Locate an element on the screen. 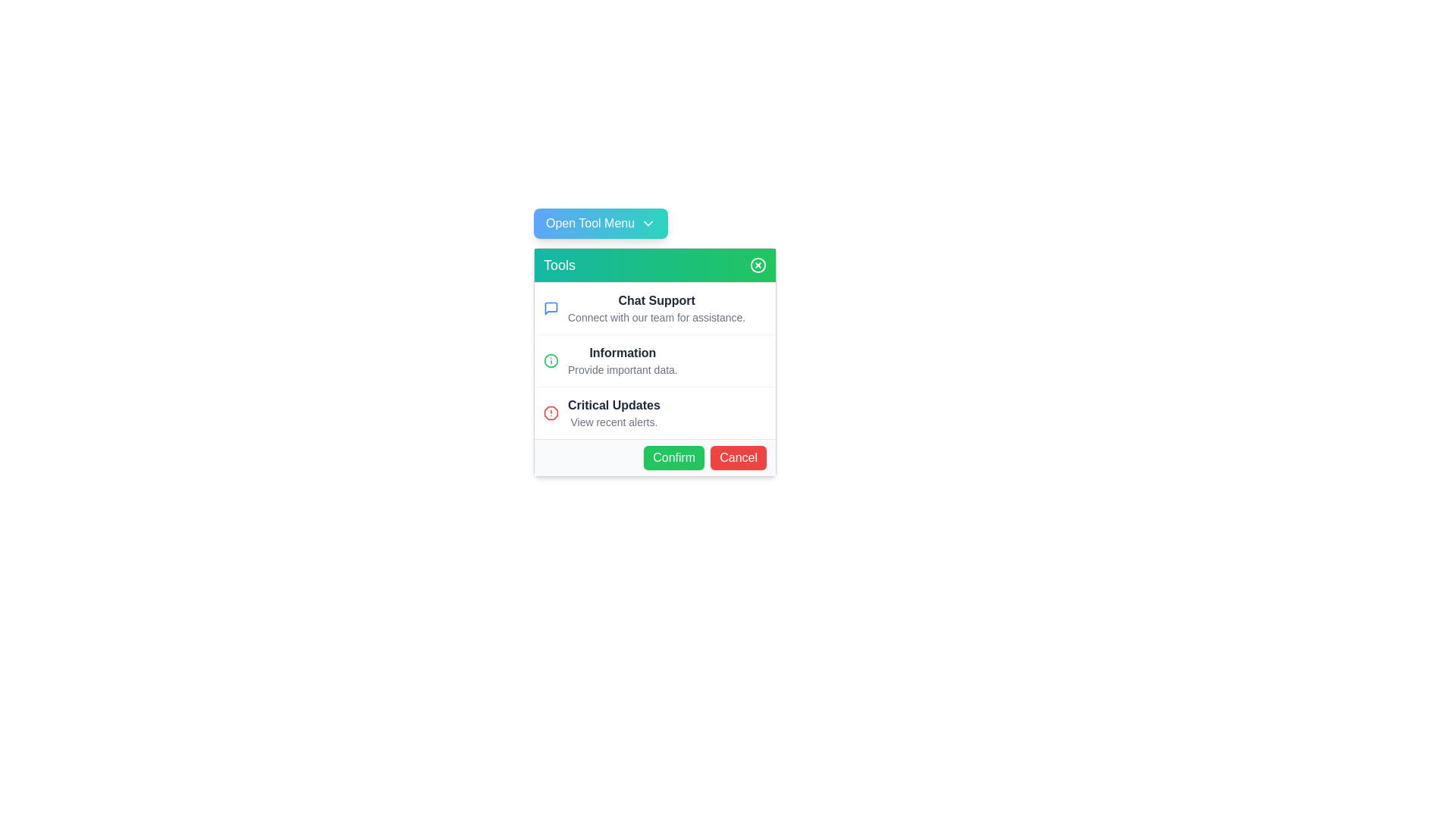 This screenshot has height=819, width=1456. the second item in the vertical list of selectable options under the 'Tools' menu is located at coordinates (655, 362).